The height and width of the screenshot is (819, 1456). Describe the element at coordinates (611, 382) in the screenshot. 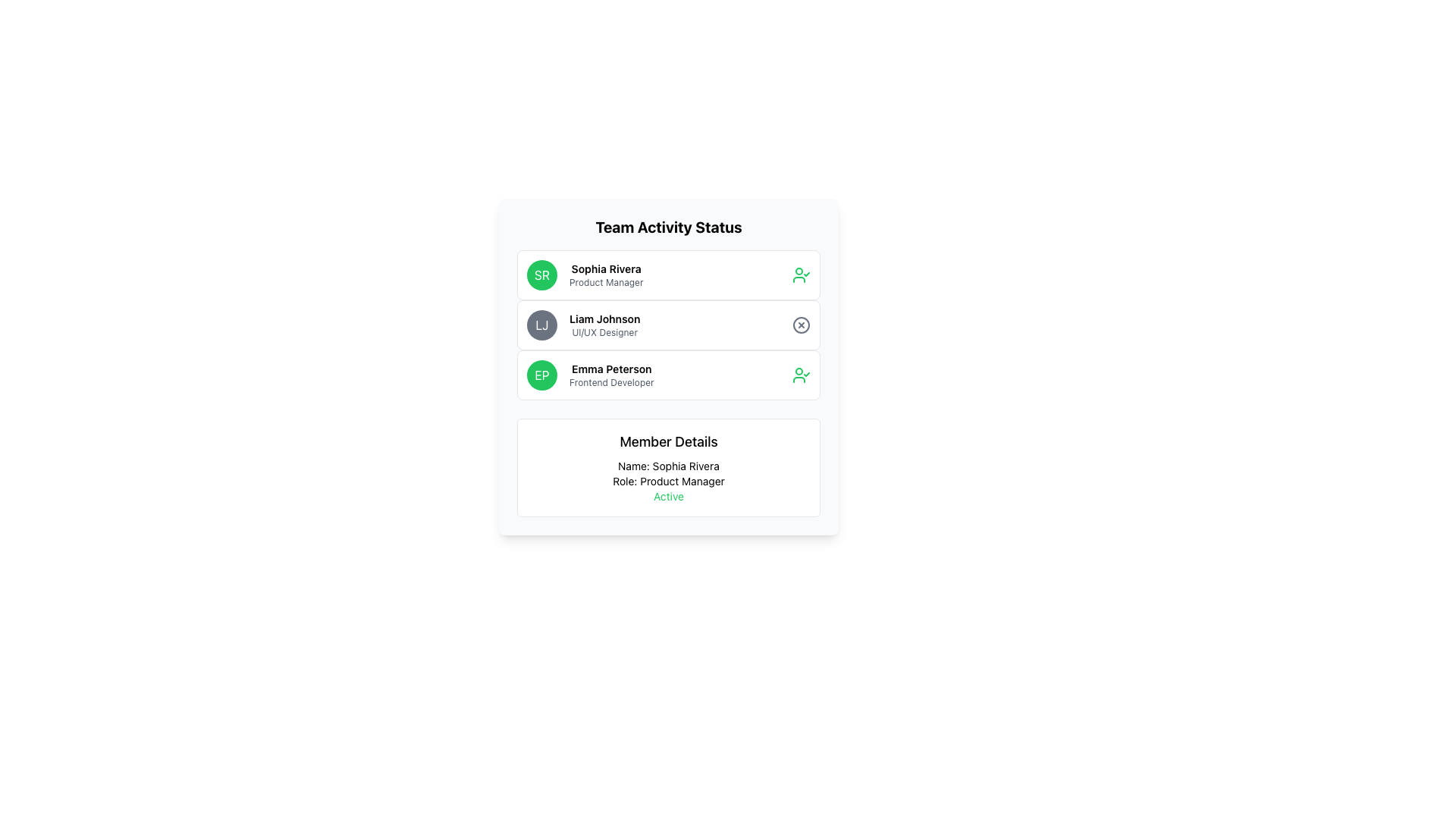

I see `the text label displaying the job title 'Frontend Developer' located below the name 'Emma Peterson' in the 'Team Activity Status' panel` at that location.